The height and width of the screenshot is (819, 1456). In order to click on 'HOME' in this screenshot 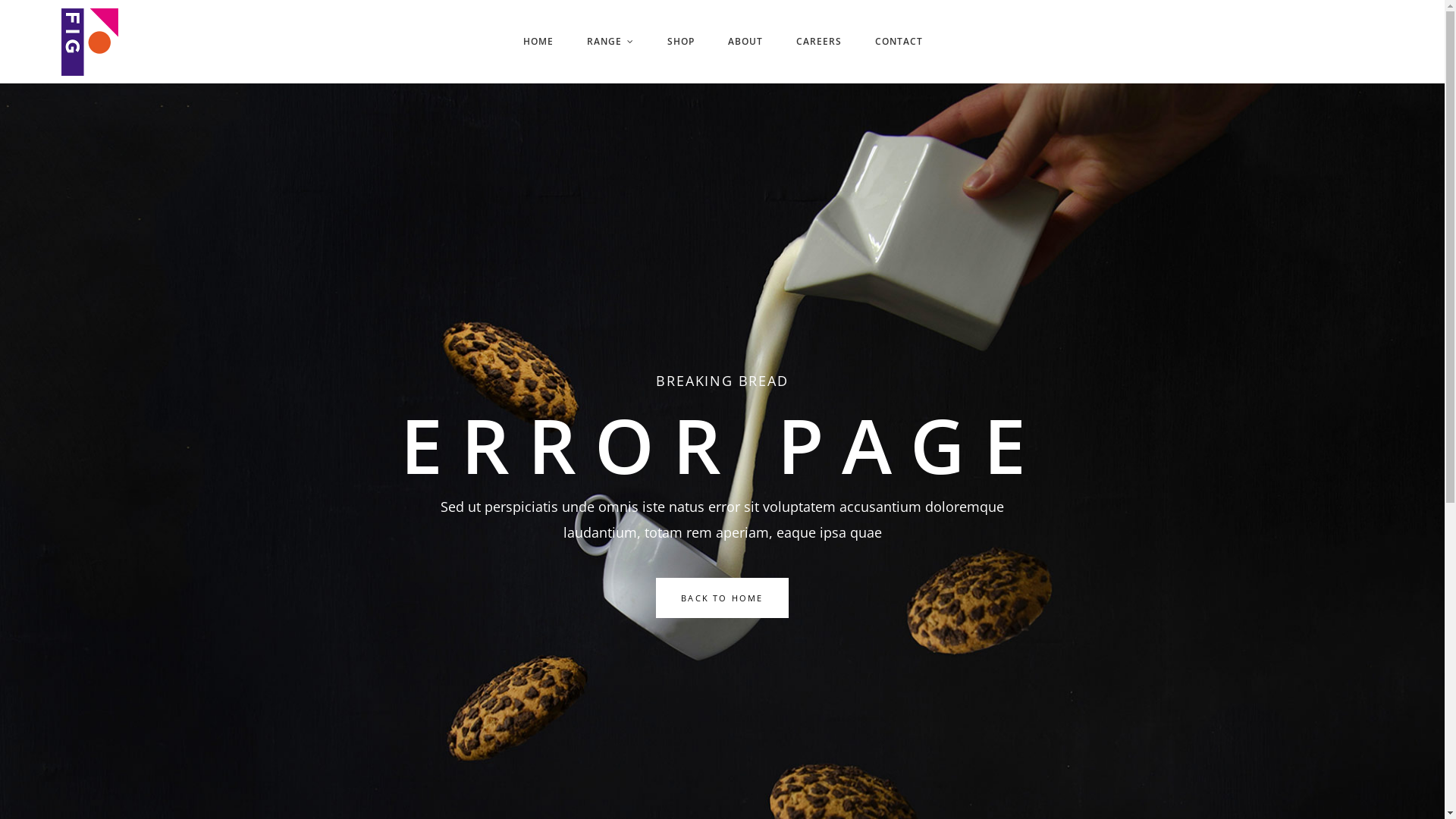, I will do `click(538, 40)`.